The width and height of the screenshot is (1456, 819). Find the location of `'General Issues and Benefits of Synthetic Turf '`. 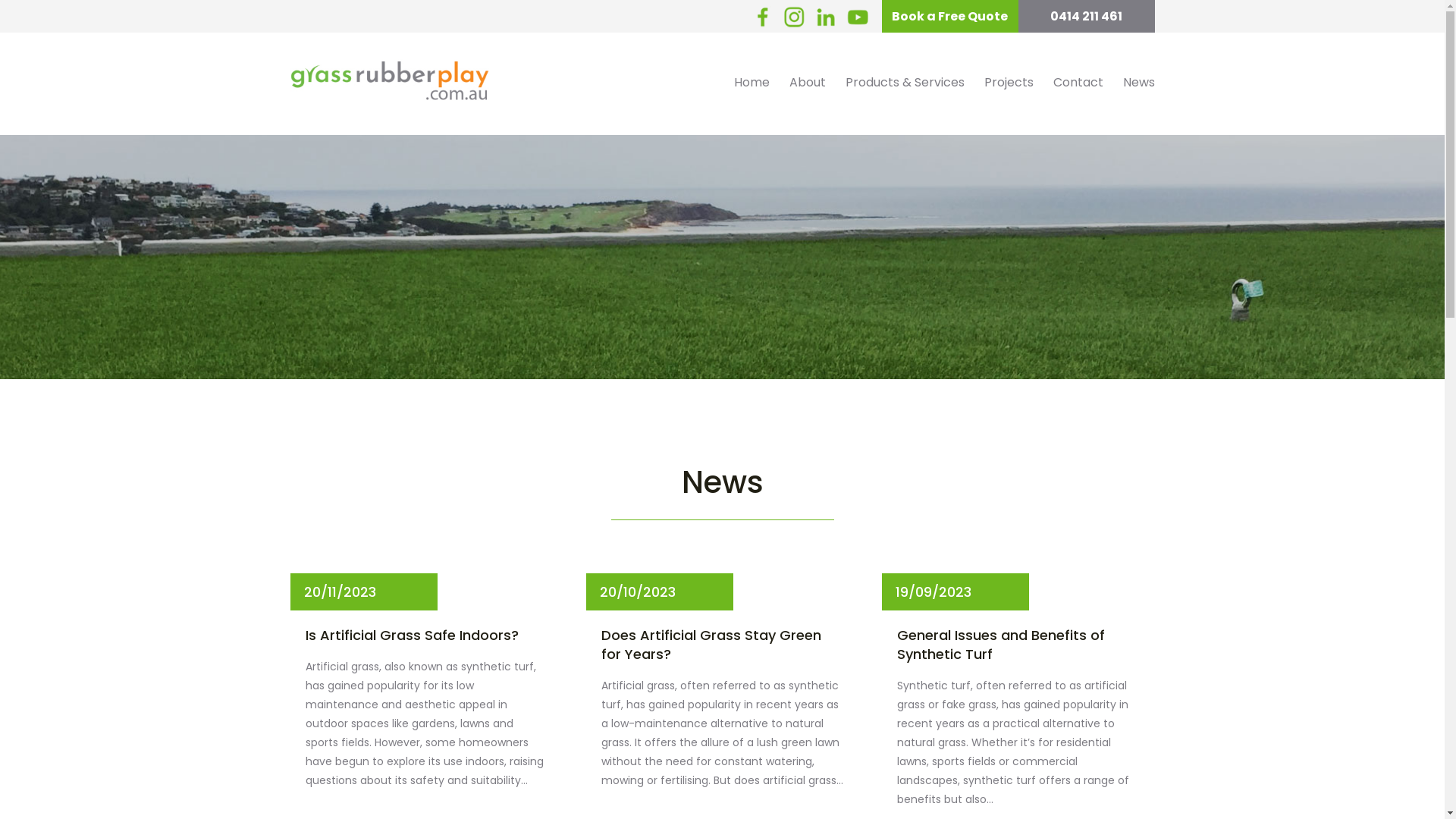

'General Issues and Benefits of Synthetic Turf ' is located at coordinates (1018, 644).